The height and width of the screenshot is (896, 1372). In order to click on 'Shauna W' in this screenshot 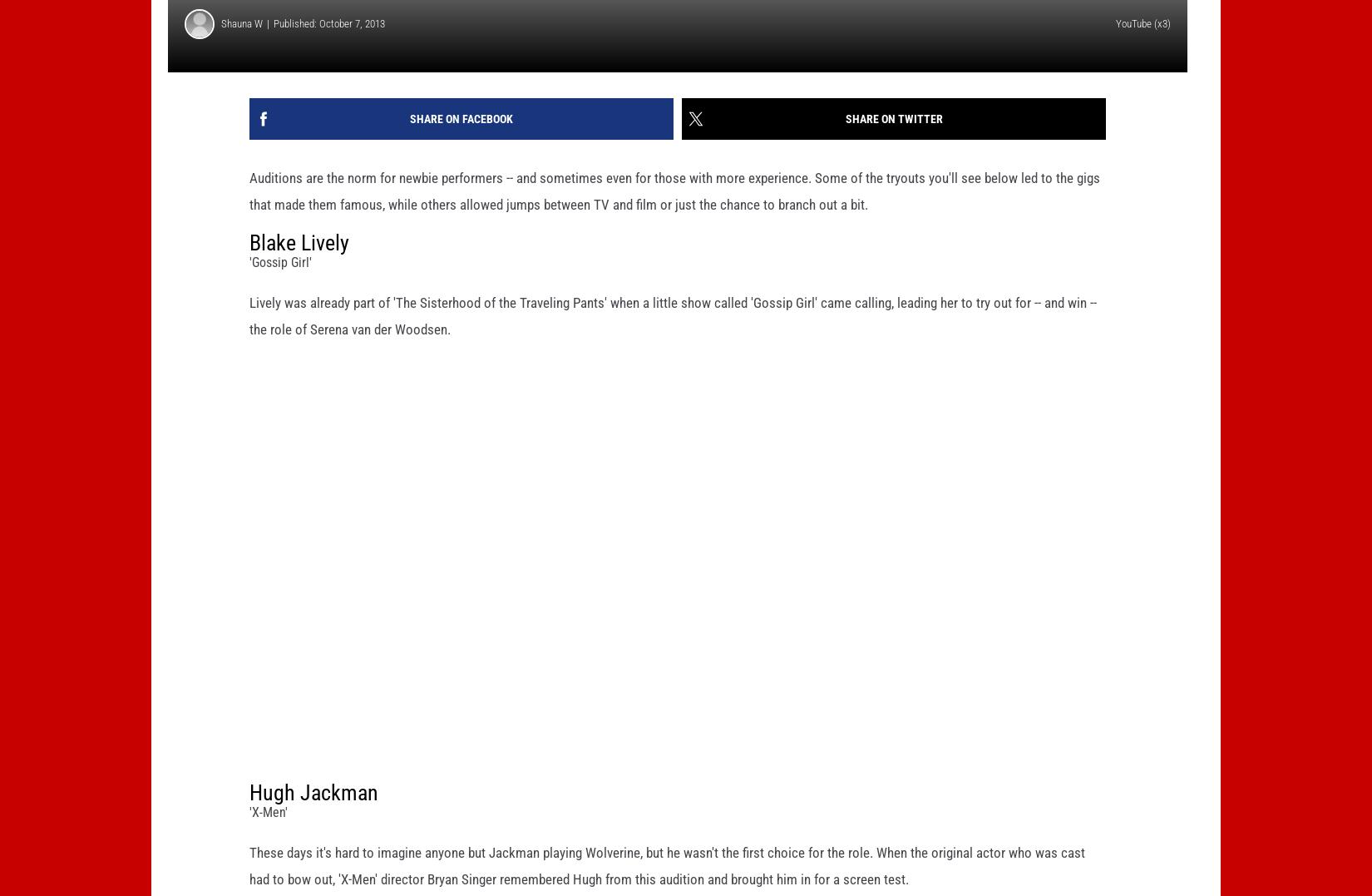, I will do `click(220, 50)`.